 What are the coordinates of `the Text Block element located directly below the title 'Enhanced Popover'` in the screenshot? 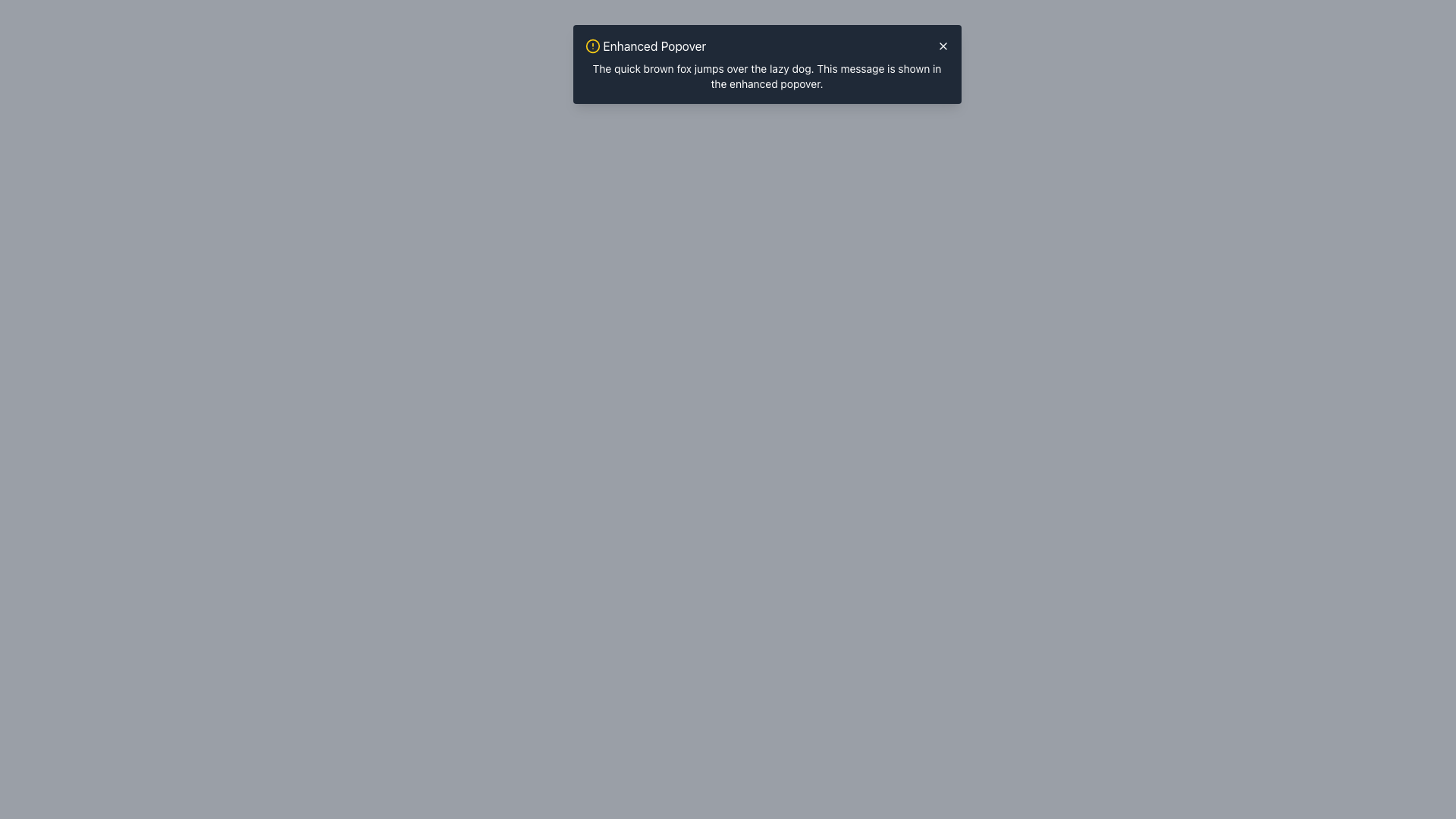 It's located at (767, 76).